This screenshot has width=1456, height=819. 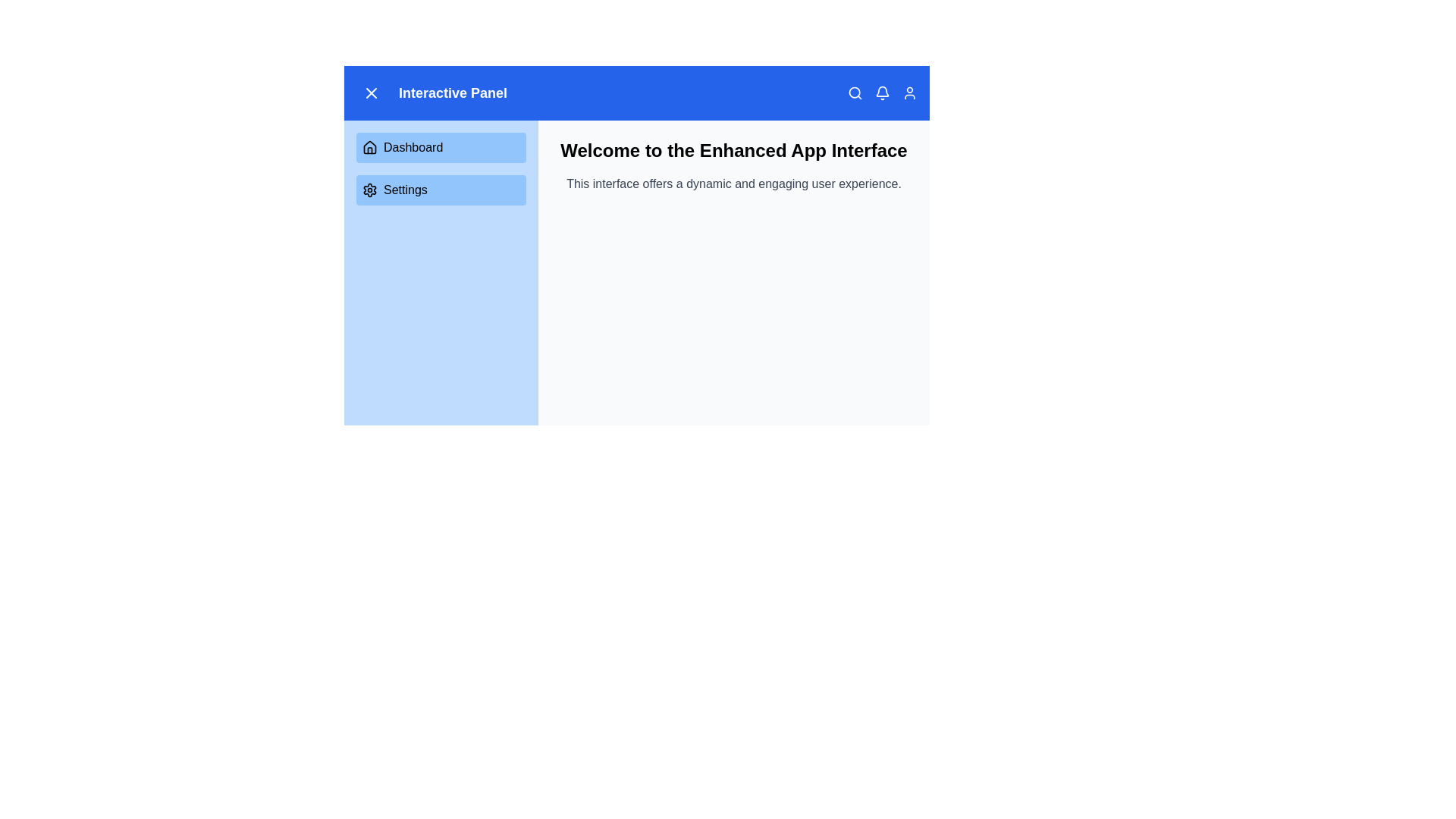 What do you see at coordinates (734, 184) in the screenshot?
I see `descriptive subtitle text located below the title 'Welcome to the Enhanced App Interface' in the central content area of the interface` at bounding box center [734, 184].